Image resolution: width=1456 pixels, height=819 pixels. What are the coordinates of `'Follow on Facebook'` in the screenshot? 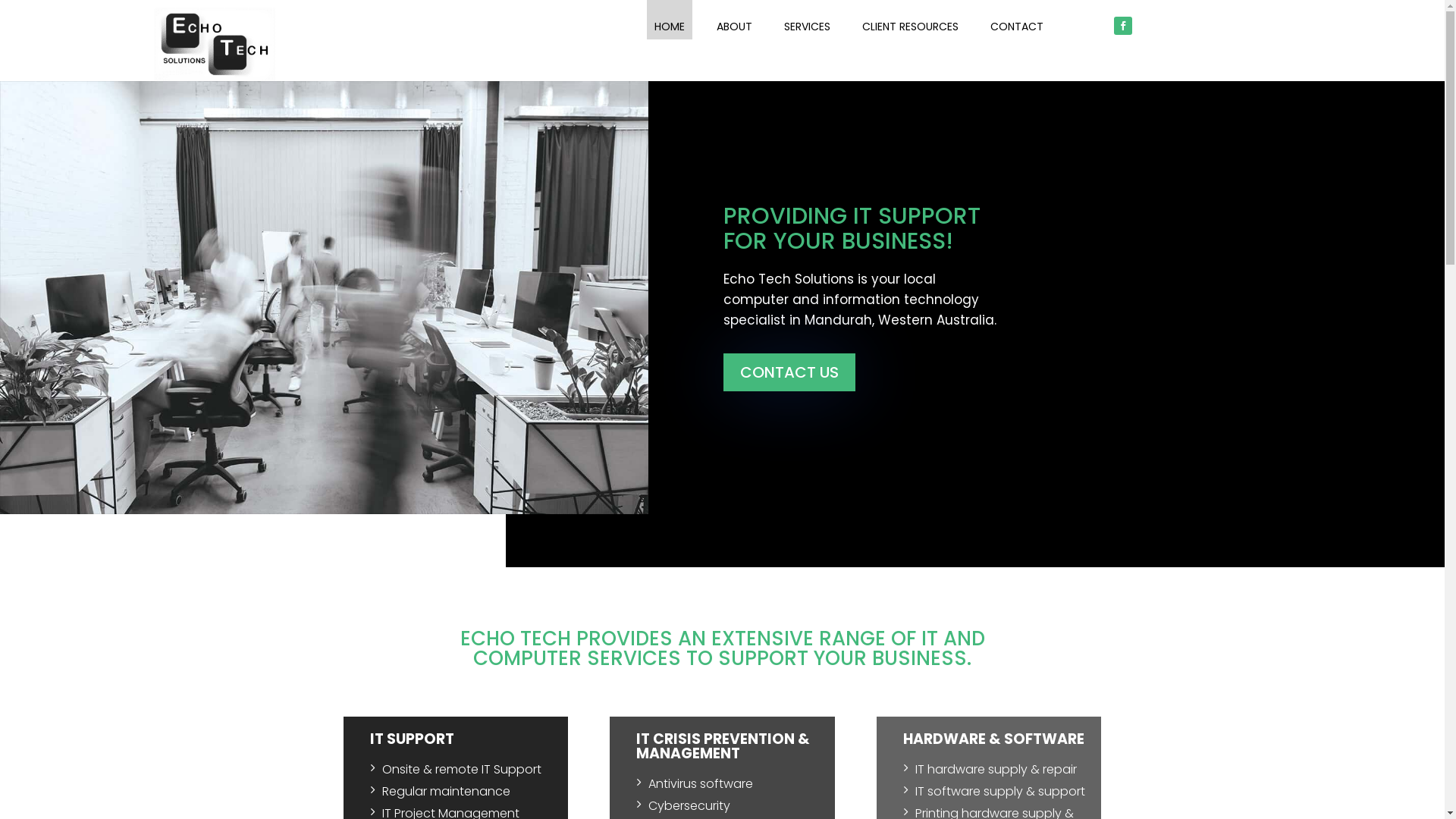 It's located at (1122, 26).